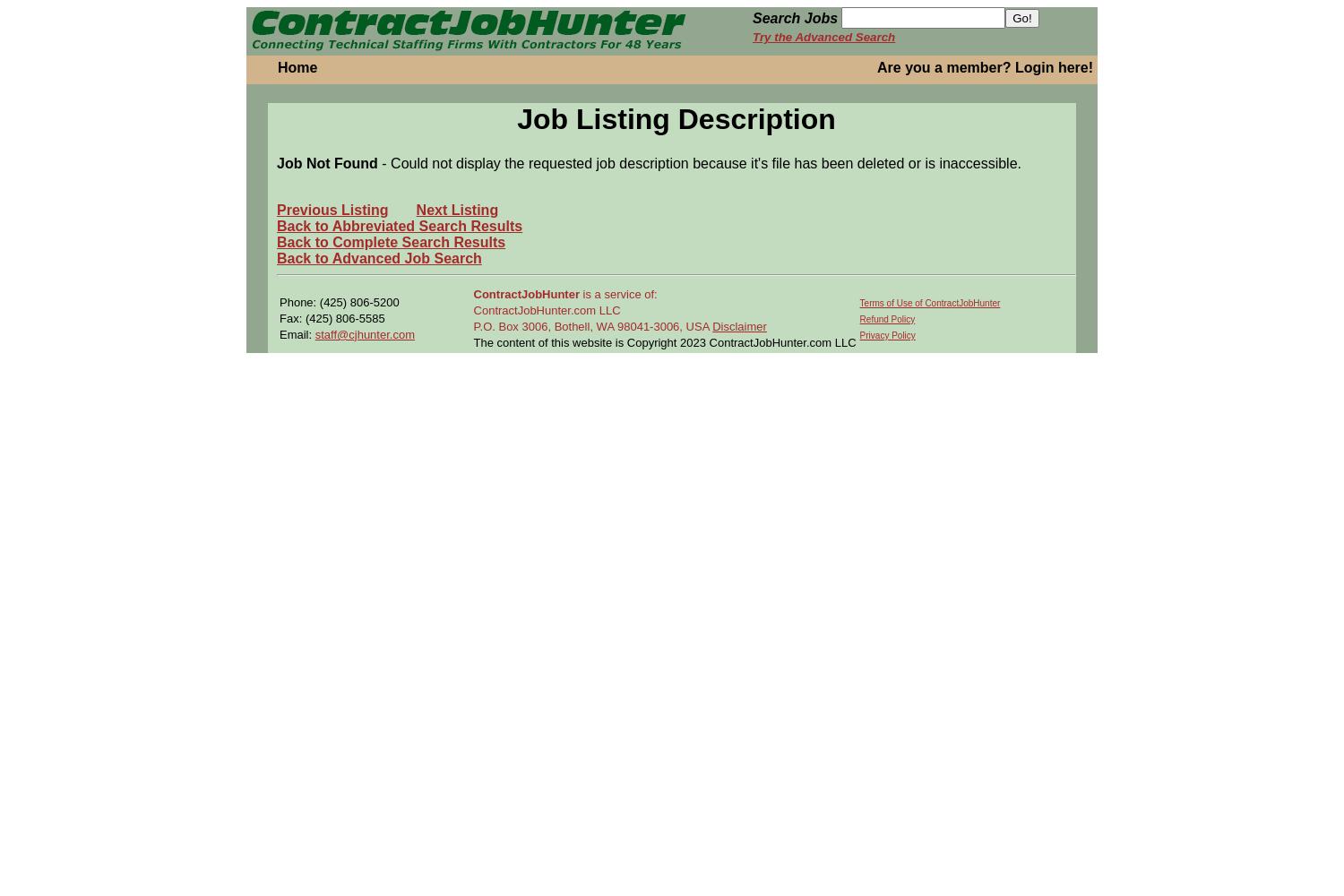 The height and width of the screenshot is (896, 1344). Describe the element at coordinates (364, 332) in the screenshot. I see `'staff@cjhunter.com'` at that location.